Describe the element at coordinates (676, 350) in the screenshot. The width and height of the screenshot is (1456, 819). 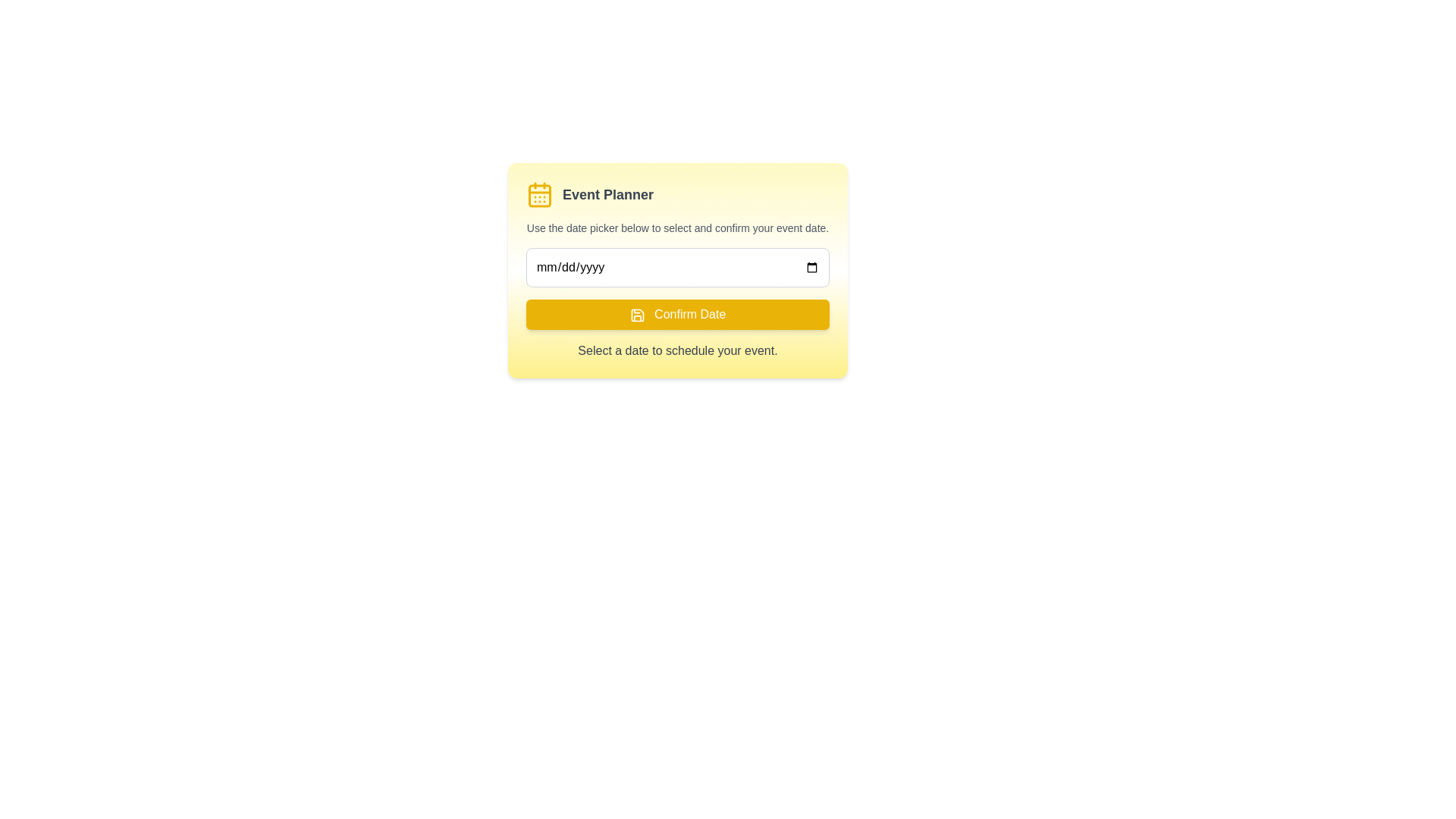
I see `the instructional text display that informs users about the purpose of selecting a date using the date picker, located below the 'Confirm Date' button within the card layout` at that location.